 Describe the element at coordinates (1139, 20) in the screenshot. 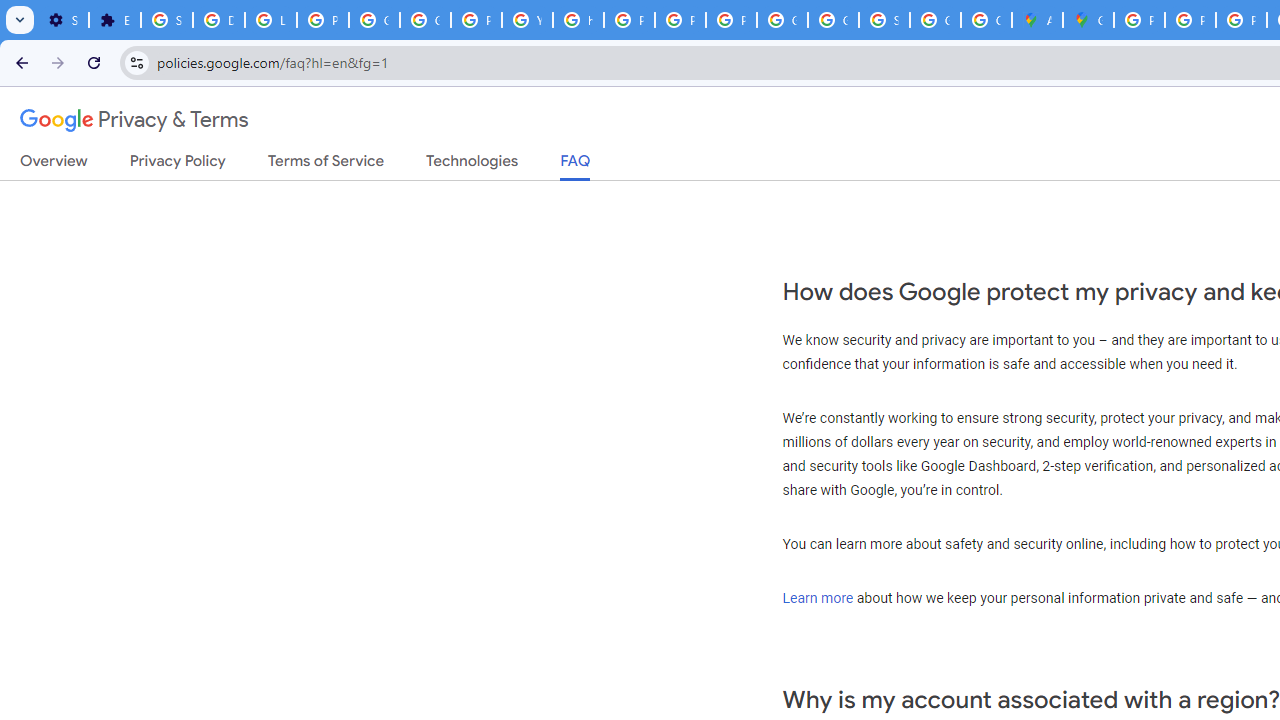

I see `'Policy Accountability and Transparency - Transparency Center'` at that location.